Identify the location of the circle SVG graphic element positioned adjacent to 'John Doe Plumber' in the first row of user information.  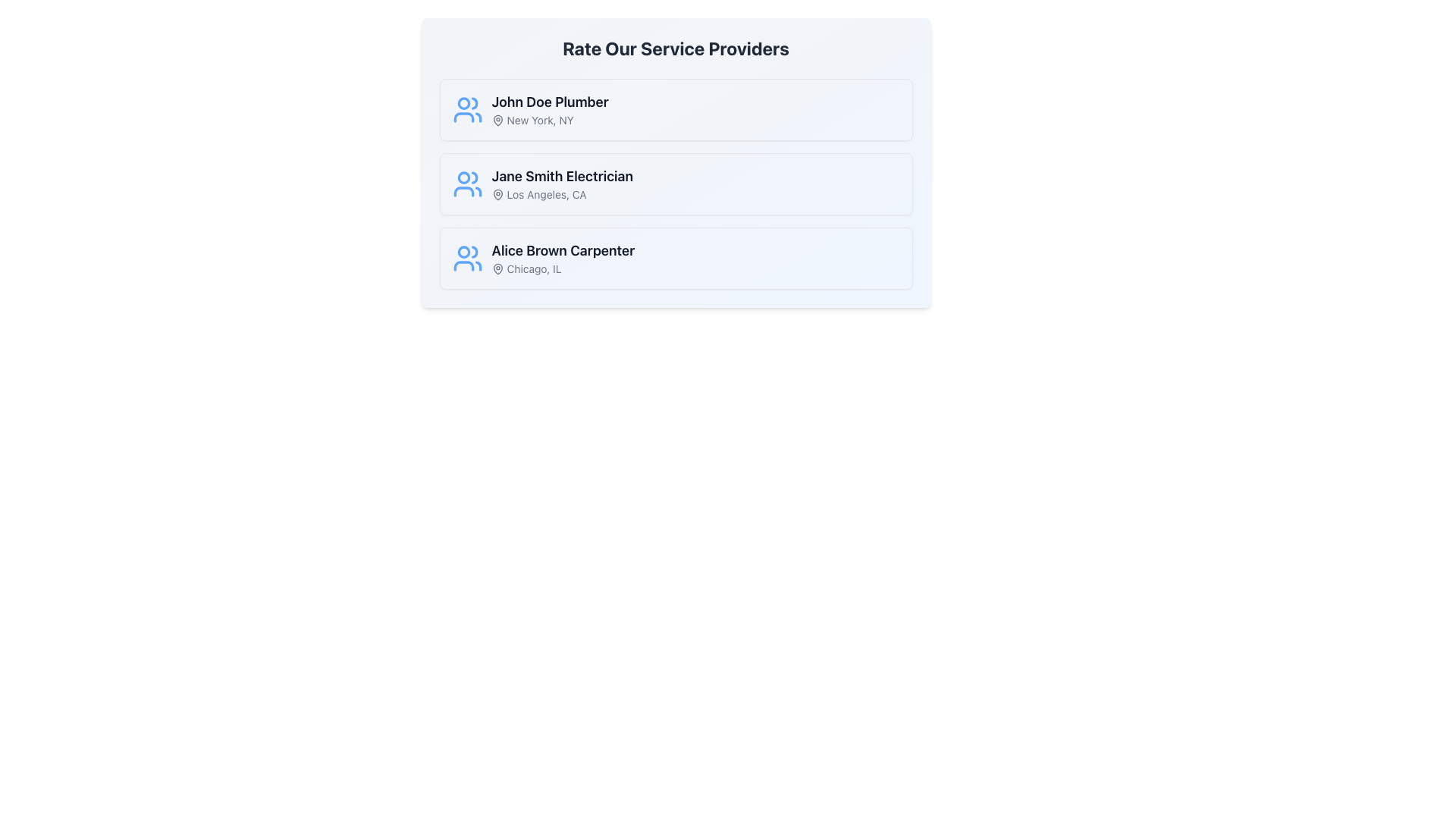
(463, 102).